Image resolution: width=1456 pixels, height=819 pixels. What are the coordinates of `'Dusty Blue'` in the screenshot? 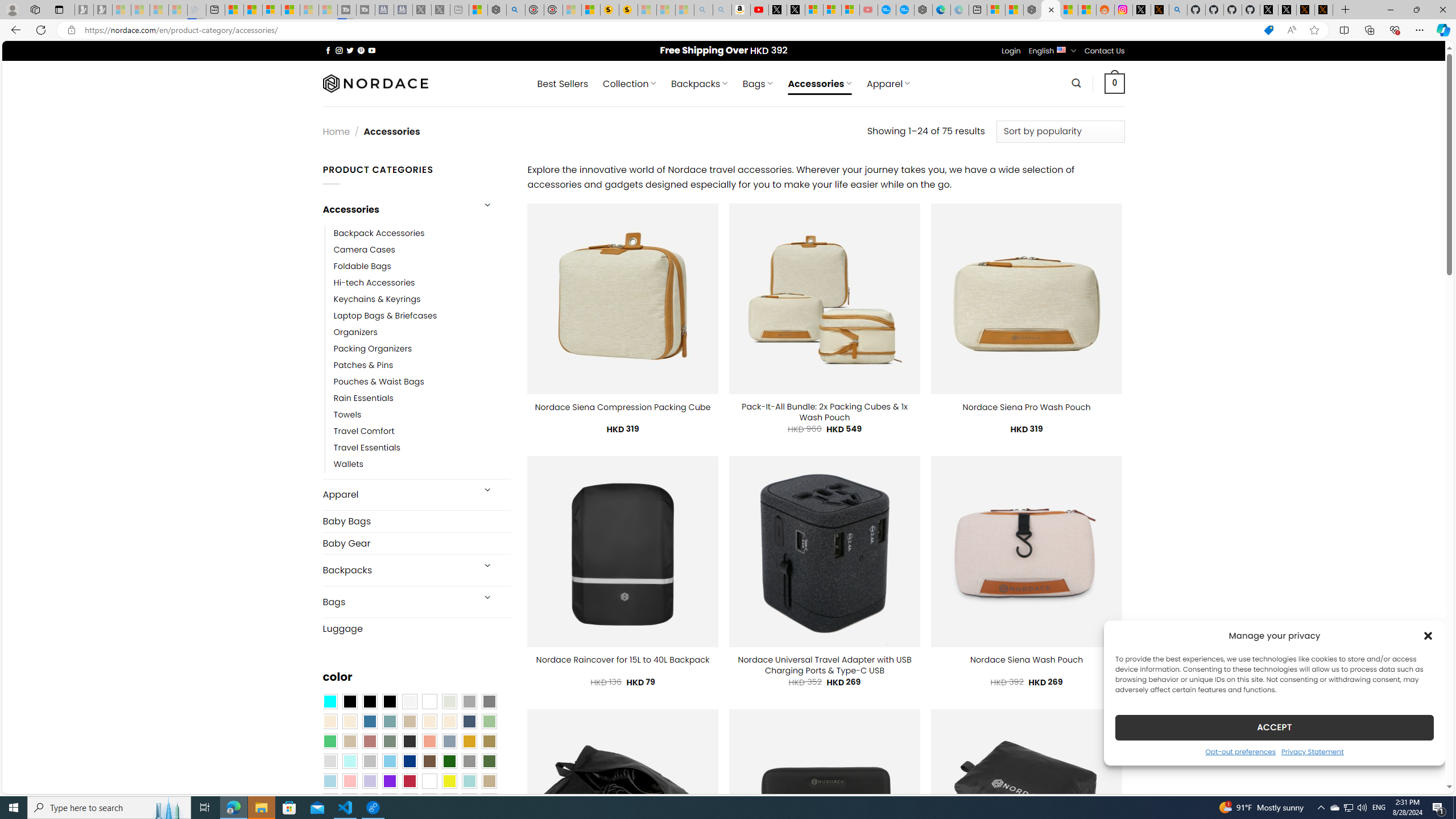 It's located at (449, 741).